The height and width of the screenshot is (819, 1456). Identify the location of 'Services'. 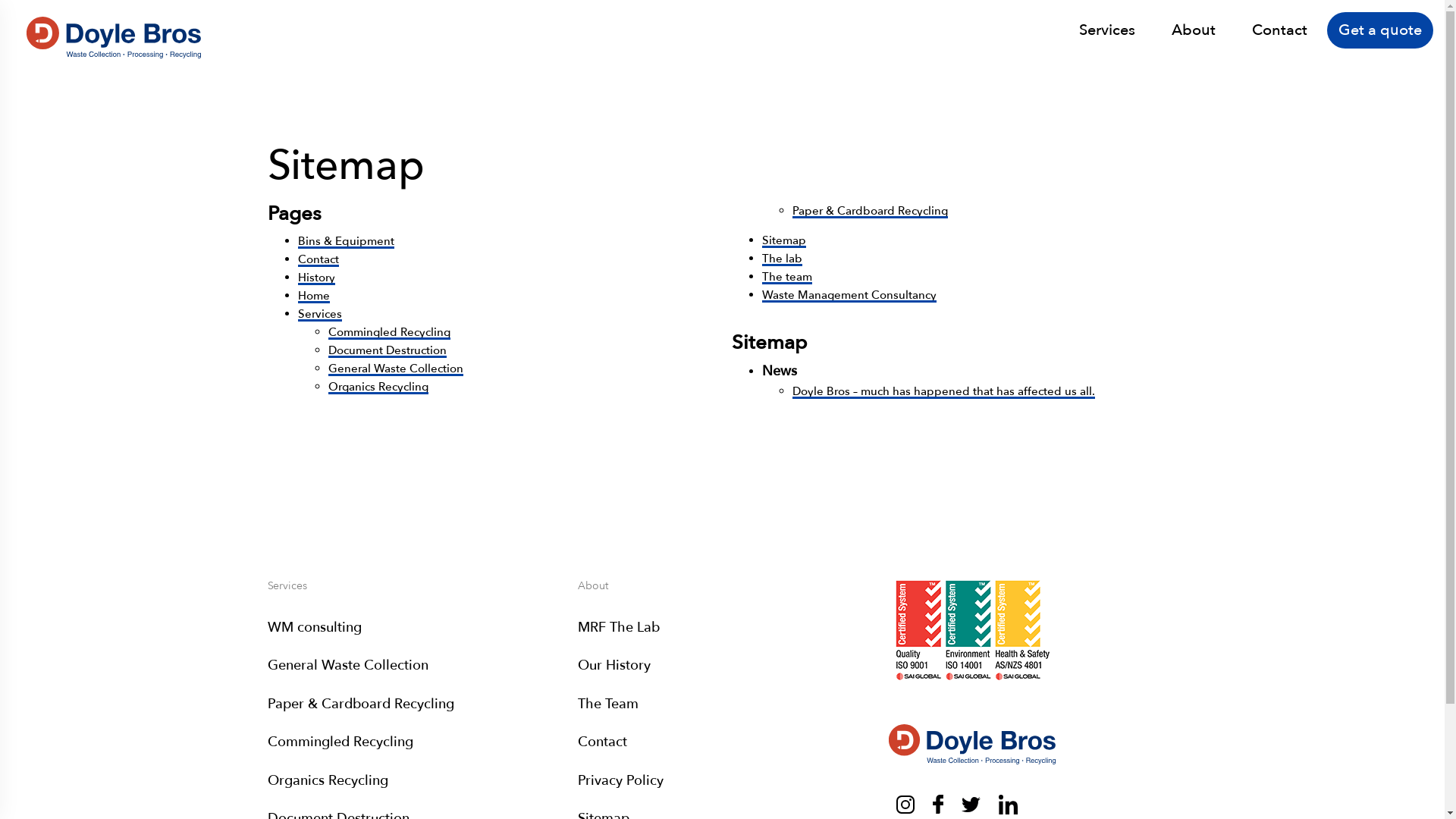
(1106, 30).